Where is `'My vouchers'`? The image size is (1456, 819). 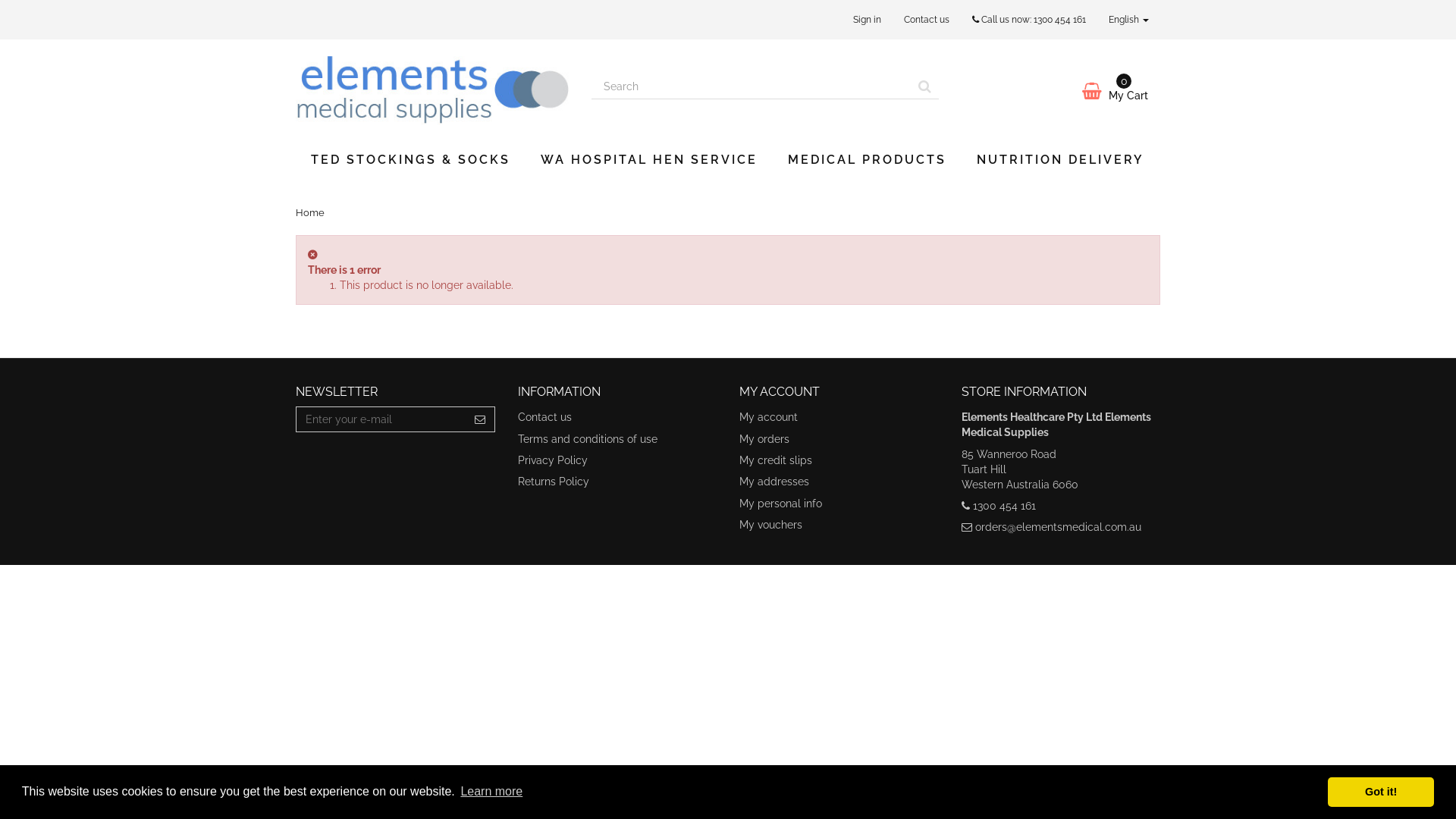
'My vouchers' is located at coordinates (770, 523).